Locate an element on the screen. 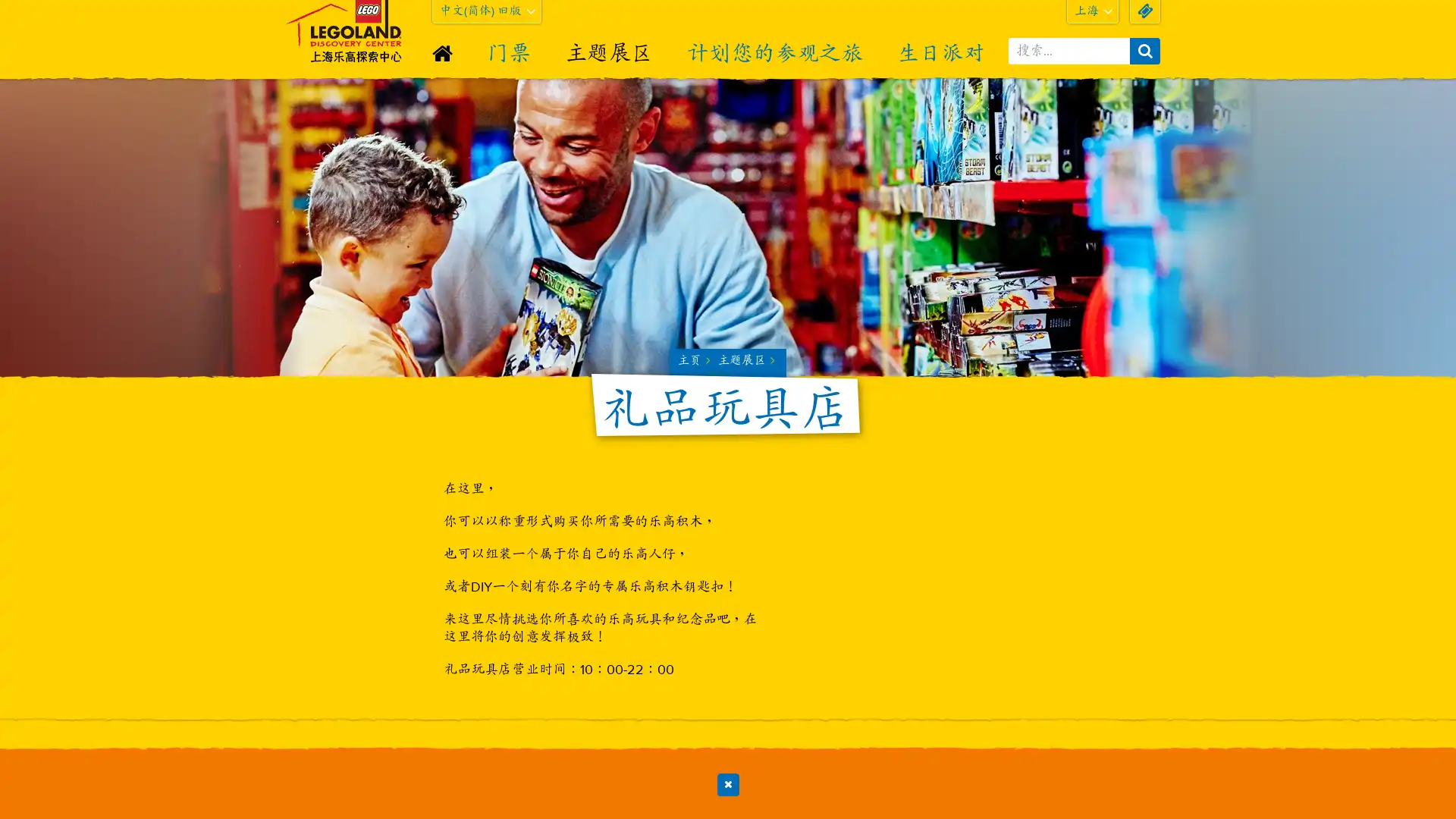  slide left is located at coordinates (307, 762).